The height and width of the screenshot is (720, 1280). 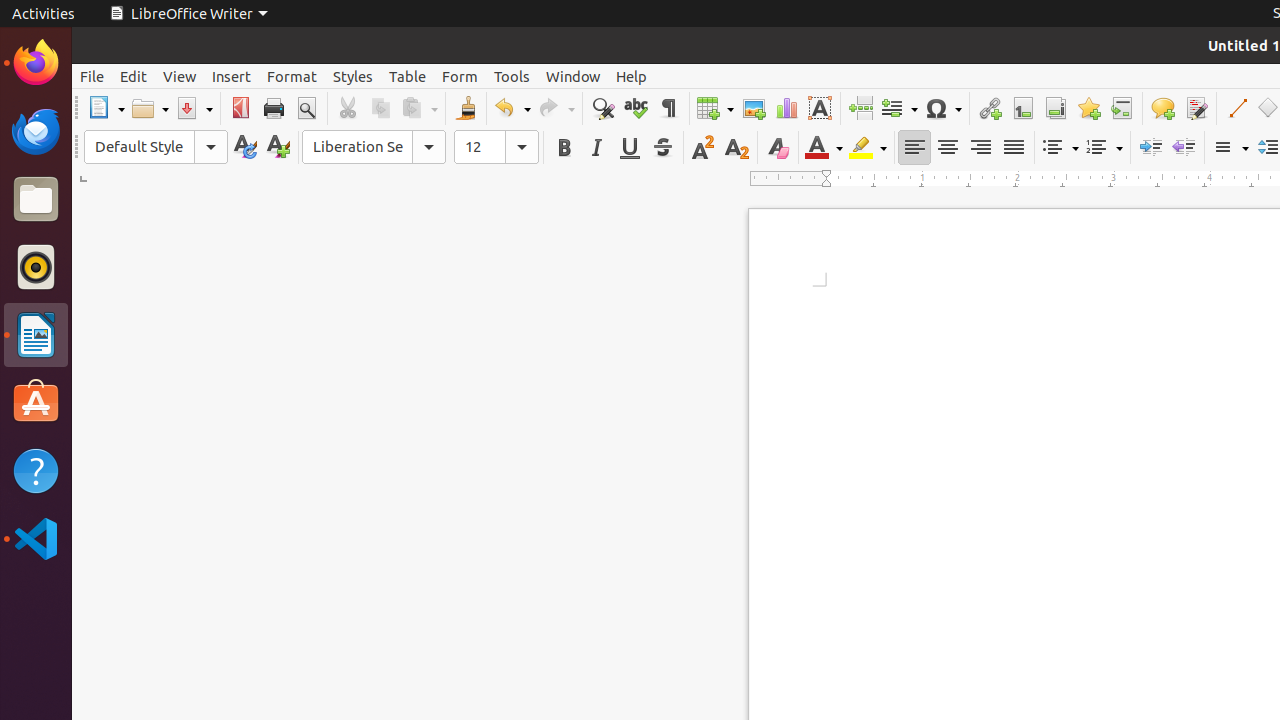 I want to click on 'Page Break', so click(x=860, y=108).